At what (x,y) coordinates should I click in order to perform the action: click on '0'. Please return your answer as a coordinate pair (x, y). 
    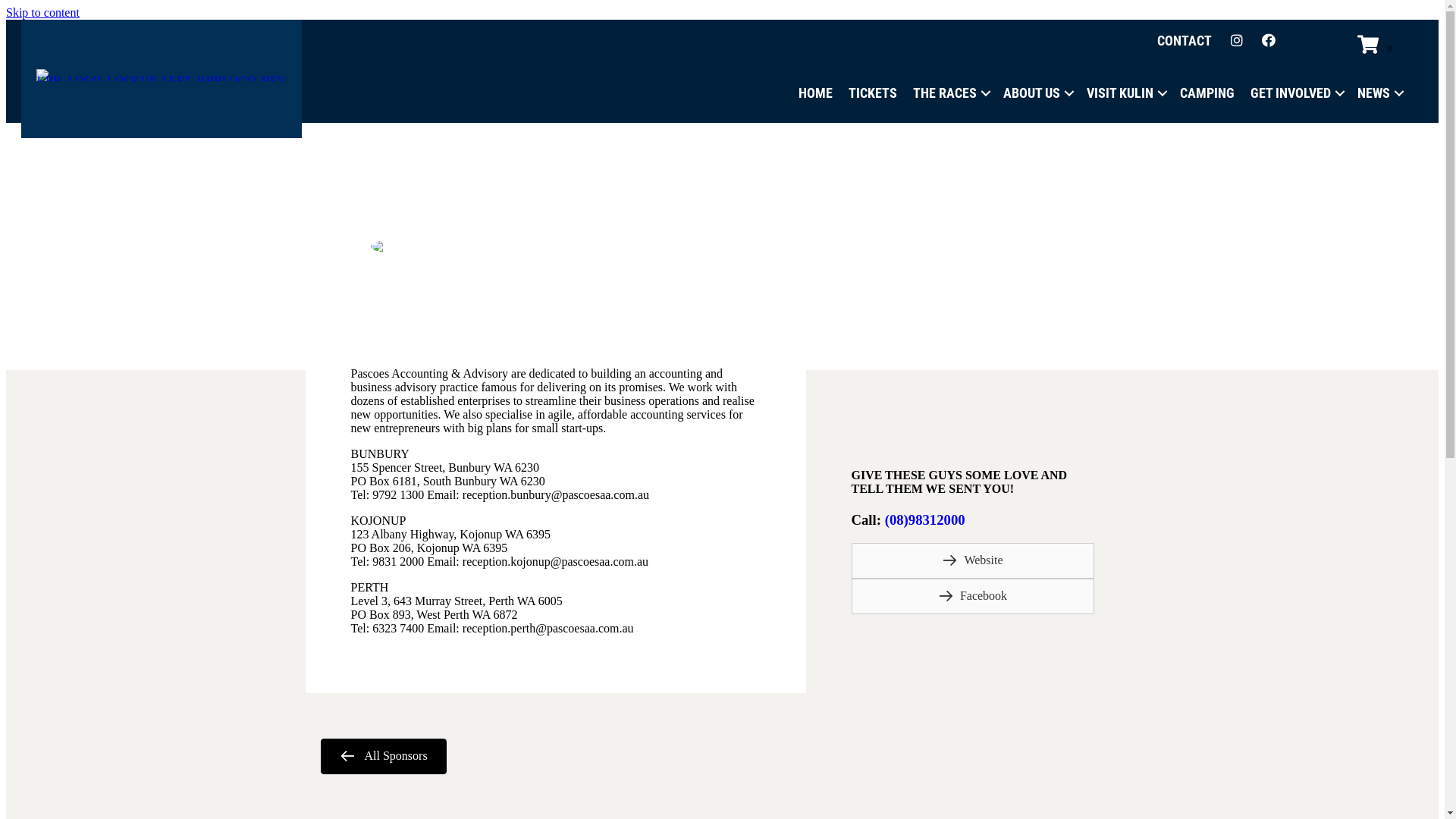
    Looking at the image, I should click on (1376, 45).